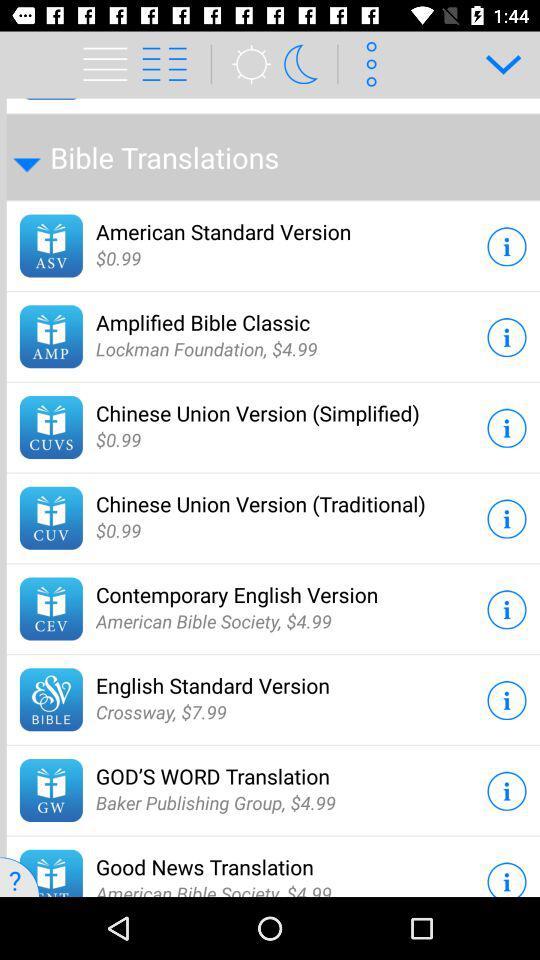 This screenshot has height=960, width=540. What do you see at coordinates (367, 64) in the screenshot?
I see `the more icon` at bounding box center [367, 64].